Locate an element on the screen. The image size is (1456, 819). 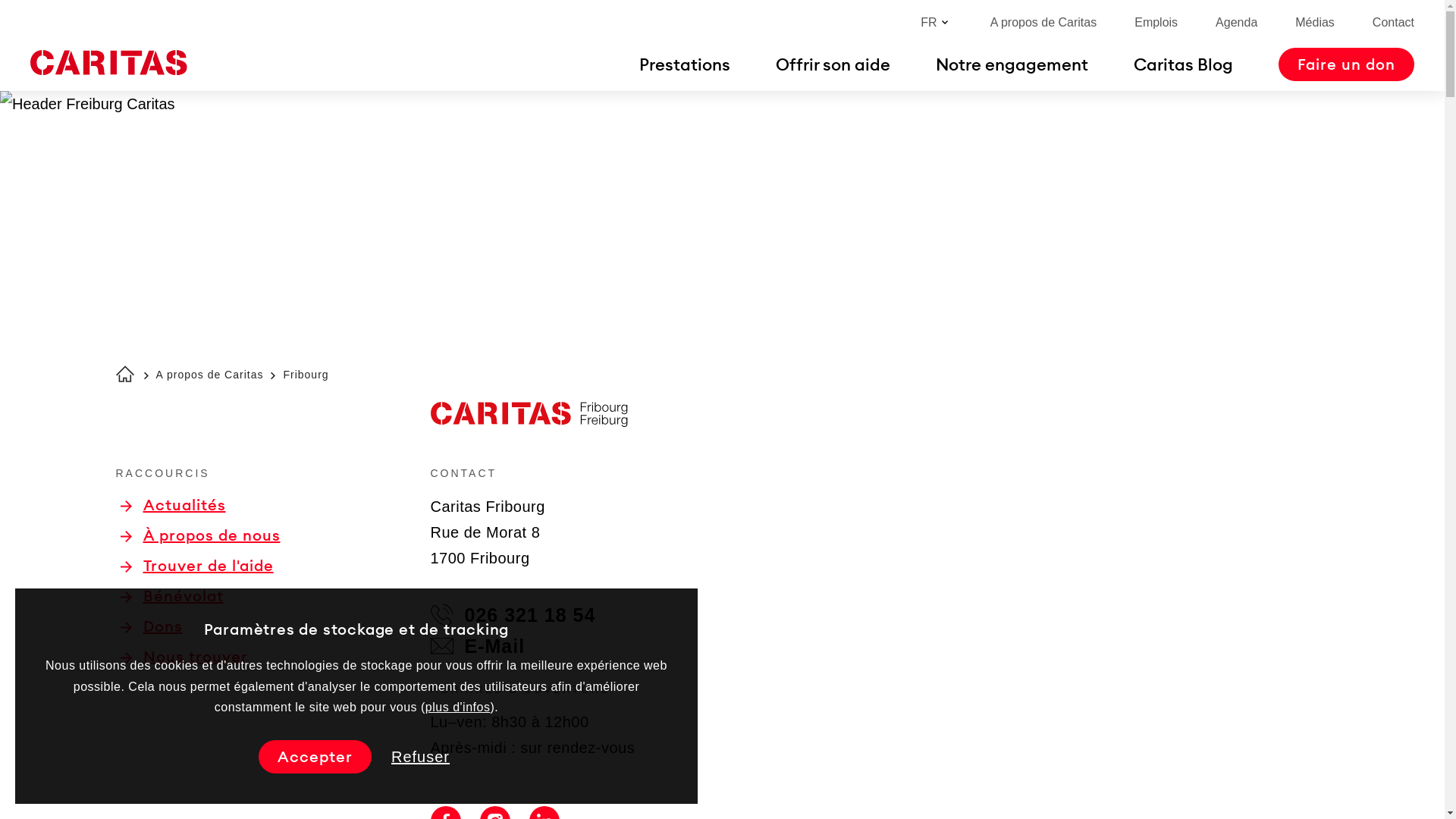
'Nous trouver' is located at coordinates (182, 656).